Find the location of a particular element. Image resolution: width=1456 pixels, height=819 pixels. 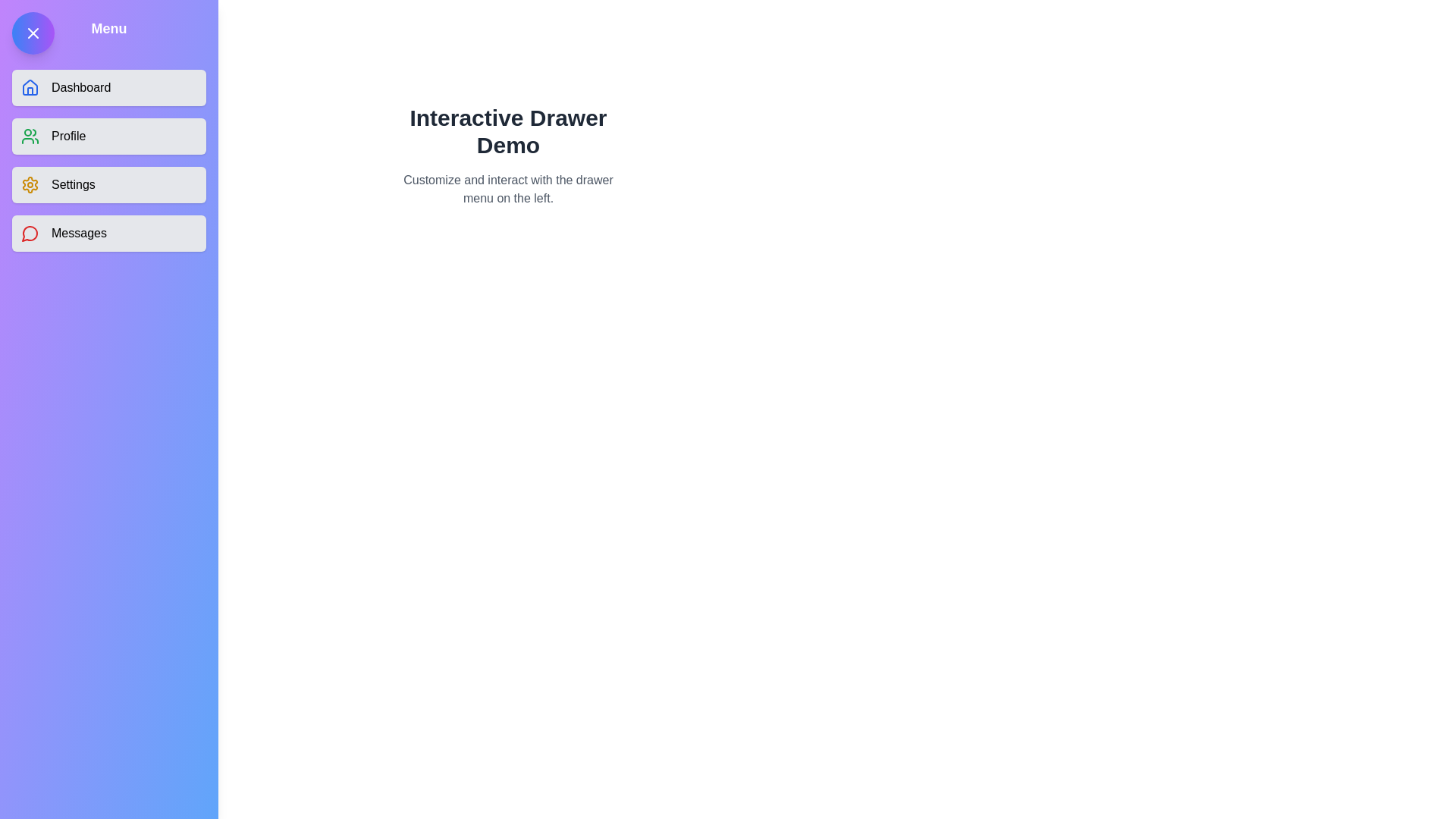

the menu item Messages from the drawer is located at coordinates (108, 234).